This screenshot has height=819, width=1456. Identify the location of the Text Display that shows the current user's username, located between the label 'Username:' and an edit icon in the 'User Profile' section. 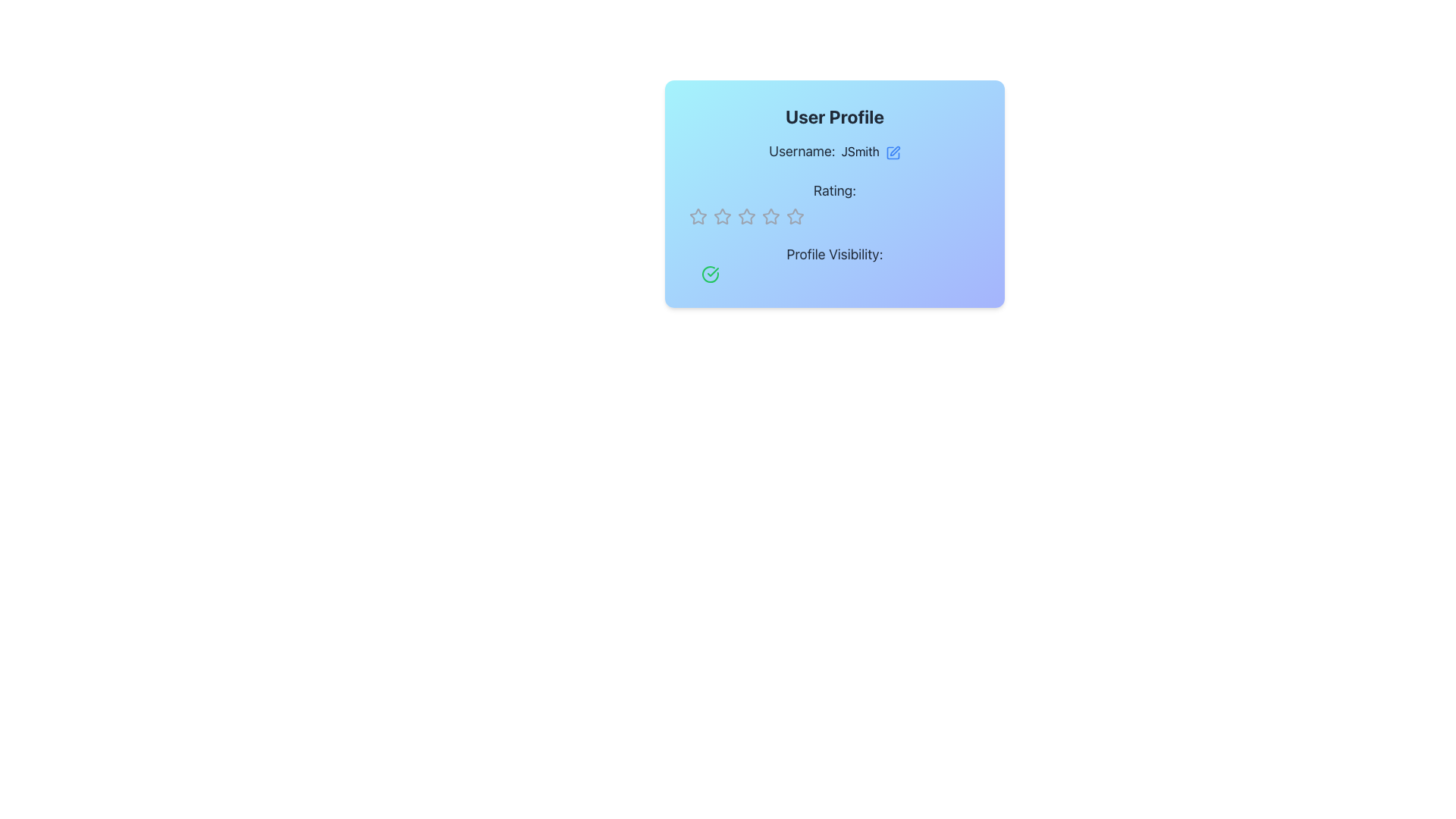
(860, 152).